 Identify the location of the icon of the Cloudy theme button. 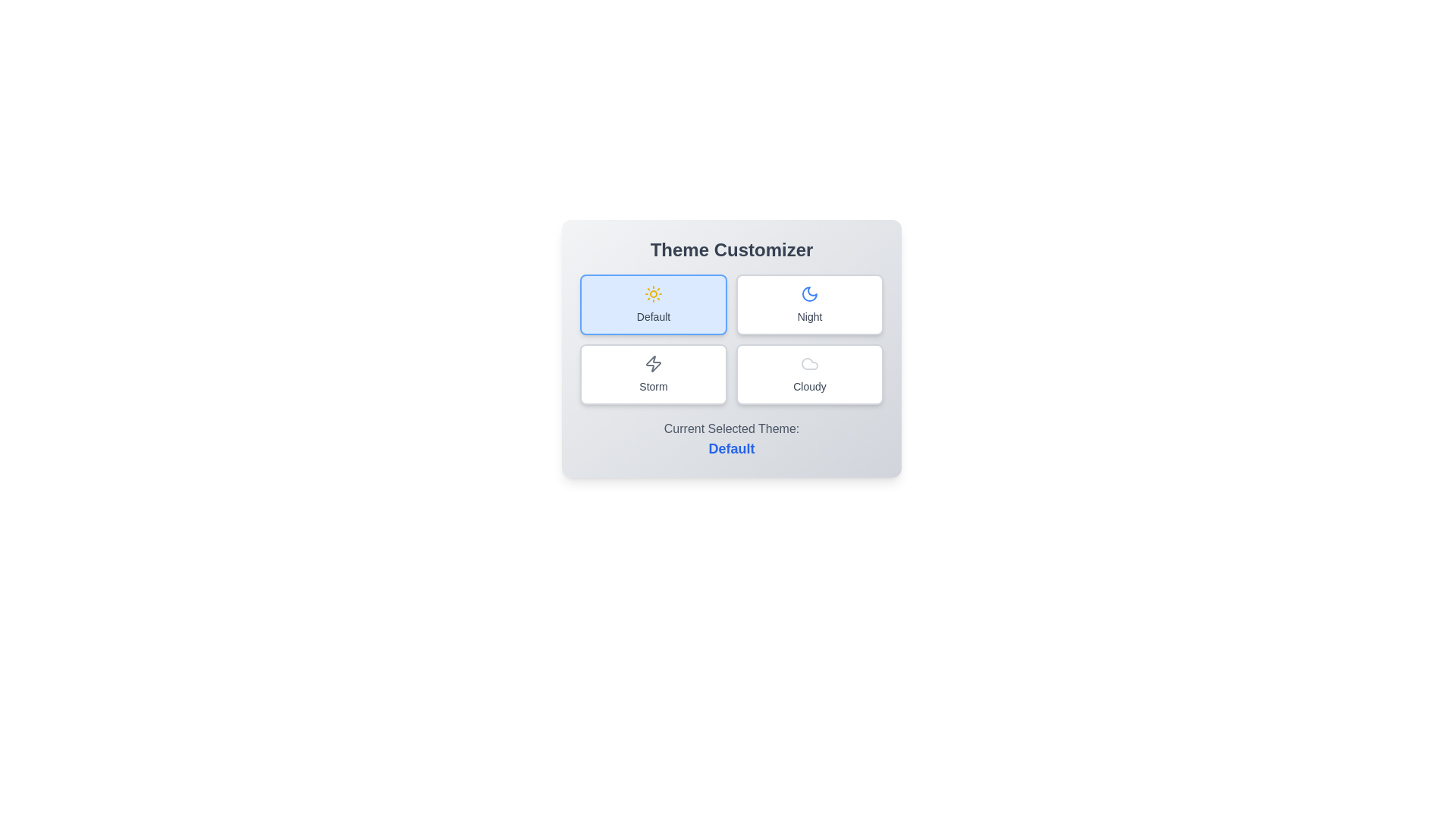
(809, 363).